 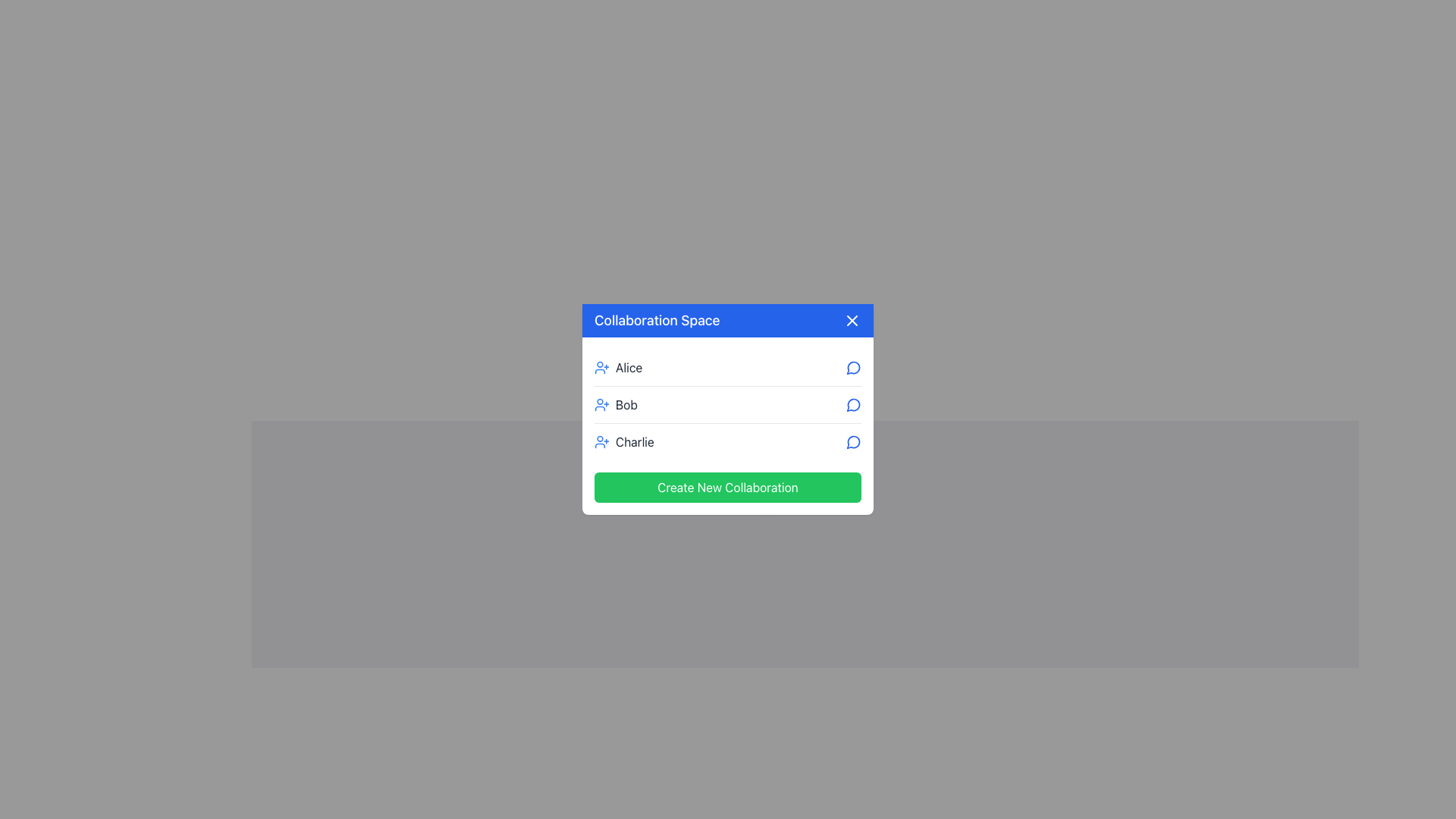 I want to click on the 'Collaboration Space' static text, which is styled in large bold white font on a blue background, located in the header section of a modal-like structure, so click(x=657, y=320).